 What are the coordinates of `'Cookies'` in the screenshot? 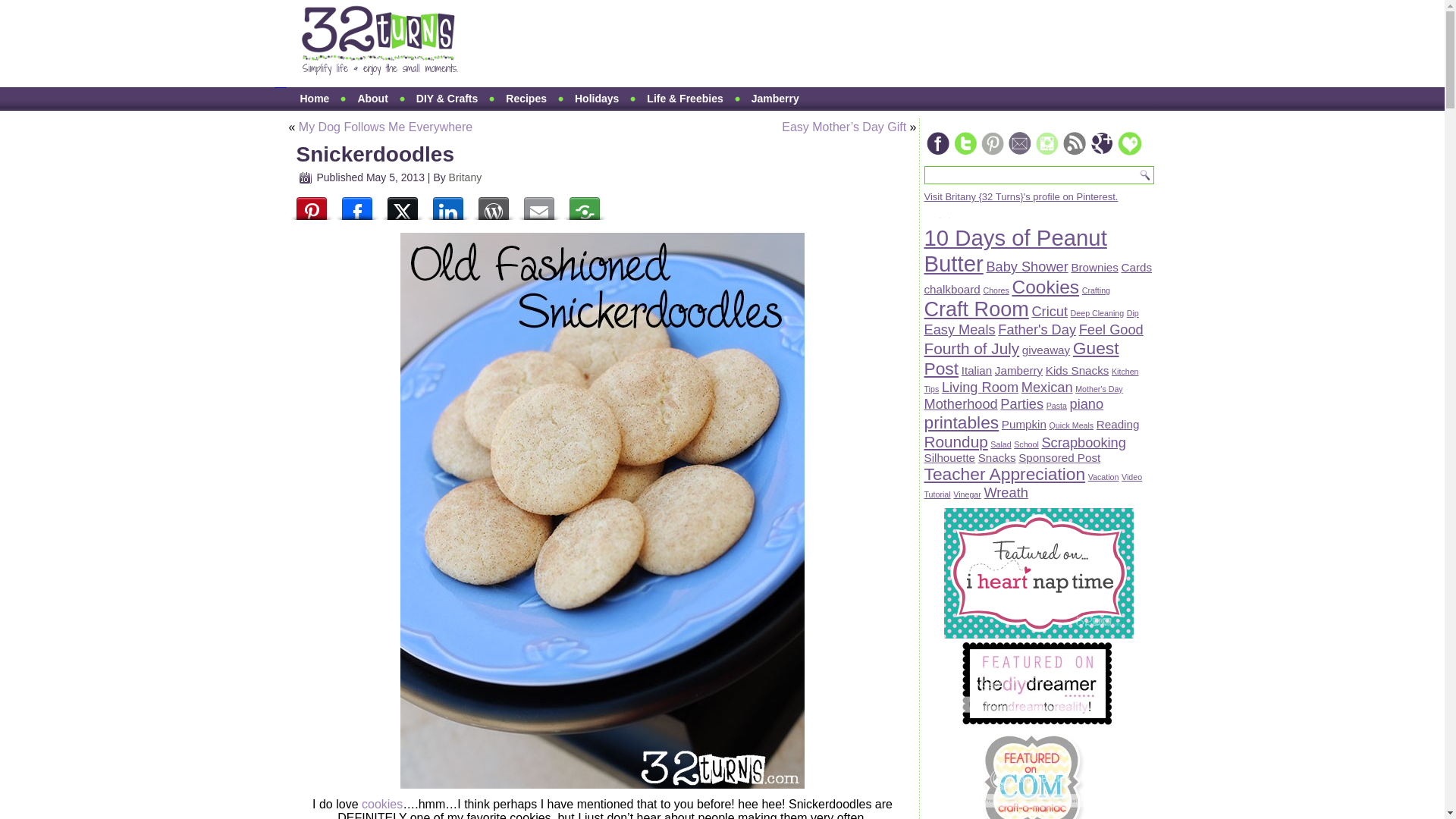 It's located at (1012, 287).